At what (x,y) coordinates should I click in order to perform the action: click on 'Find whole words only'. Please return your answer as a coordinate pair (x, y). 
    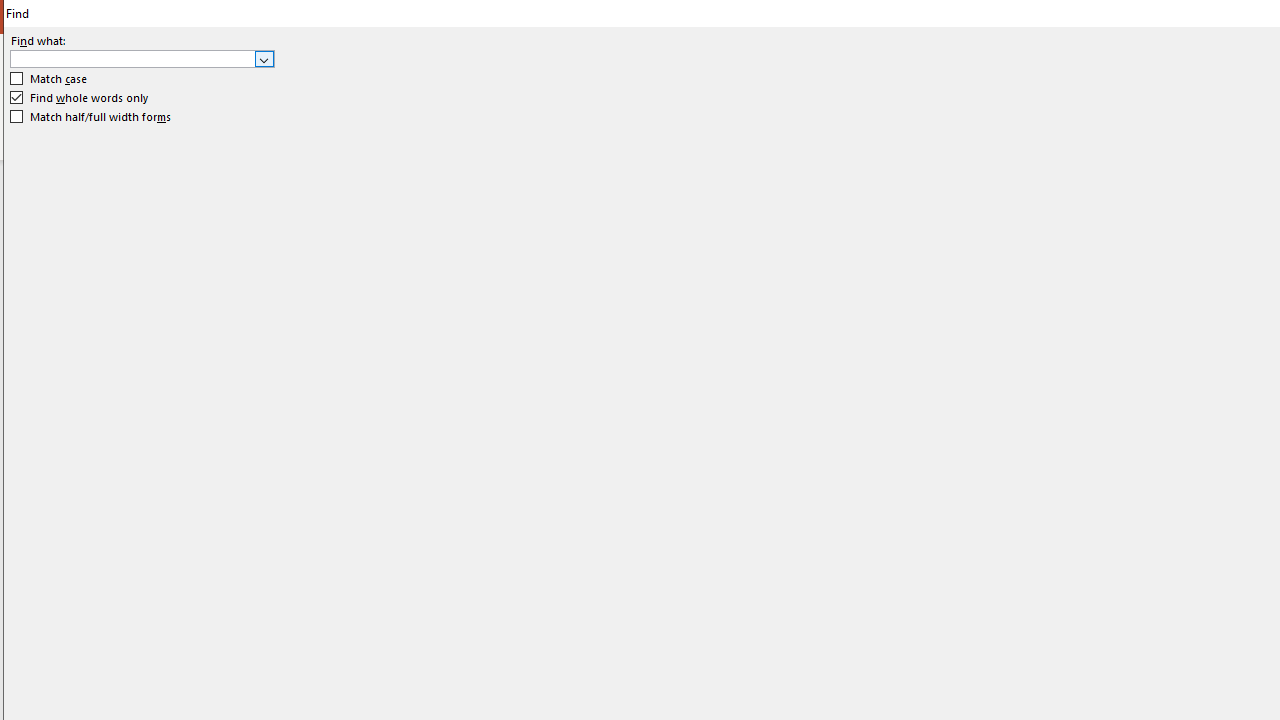
    Looking at the image, I should click on (80, 97).